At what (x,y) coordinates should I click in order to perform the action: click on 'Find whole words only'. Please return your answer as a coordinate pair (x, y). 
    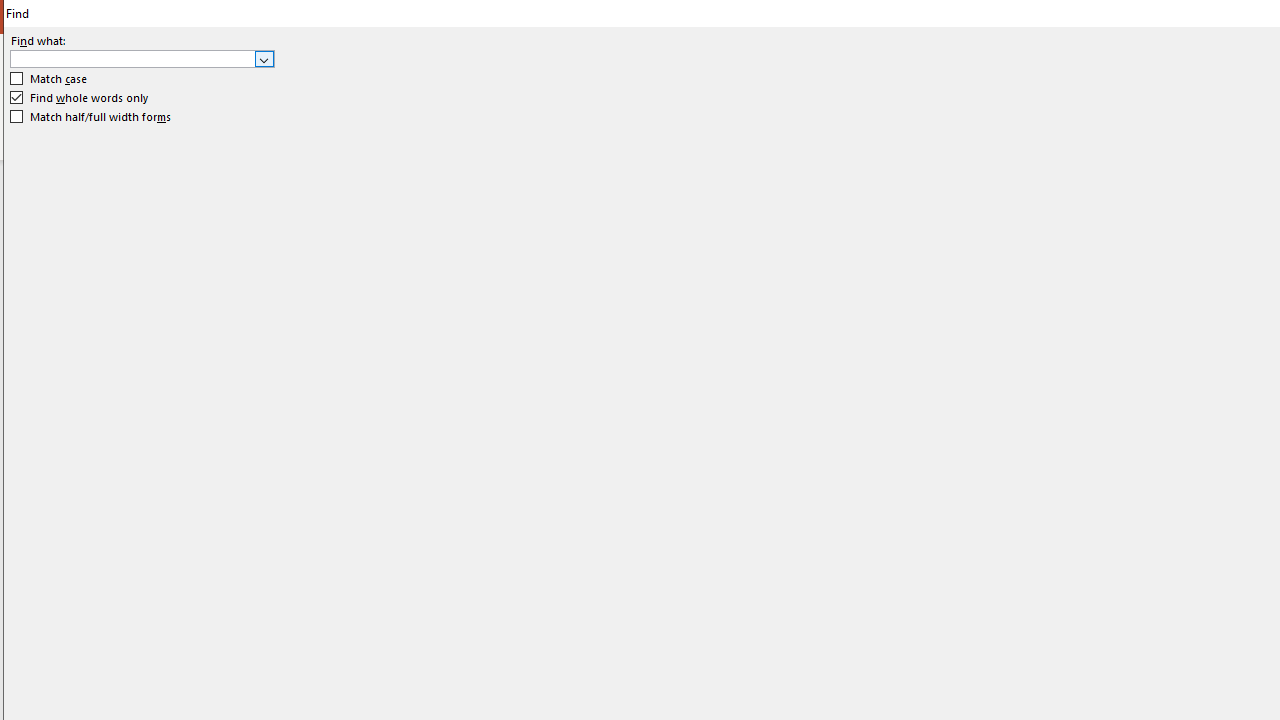
    Looking at the image, I should click on (80, 97).